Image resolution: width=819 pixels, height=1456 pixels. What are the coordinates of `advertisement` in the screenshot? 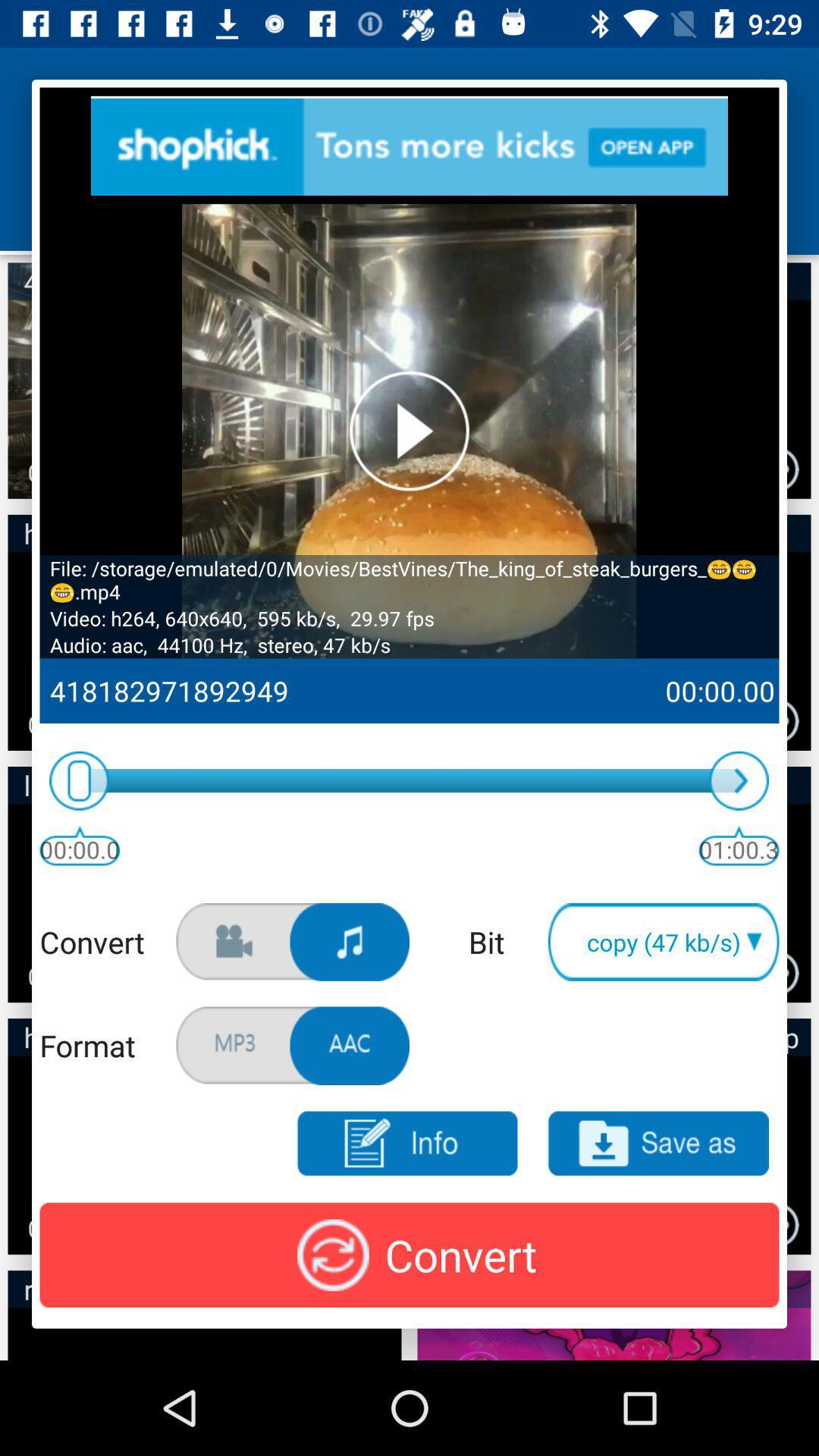 It's located at (409, 146).